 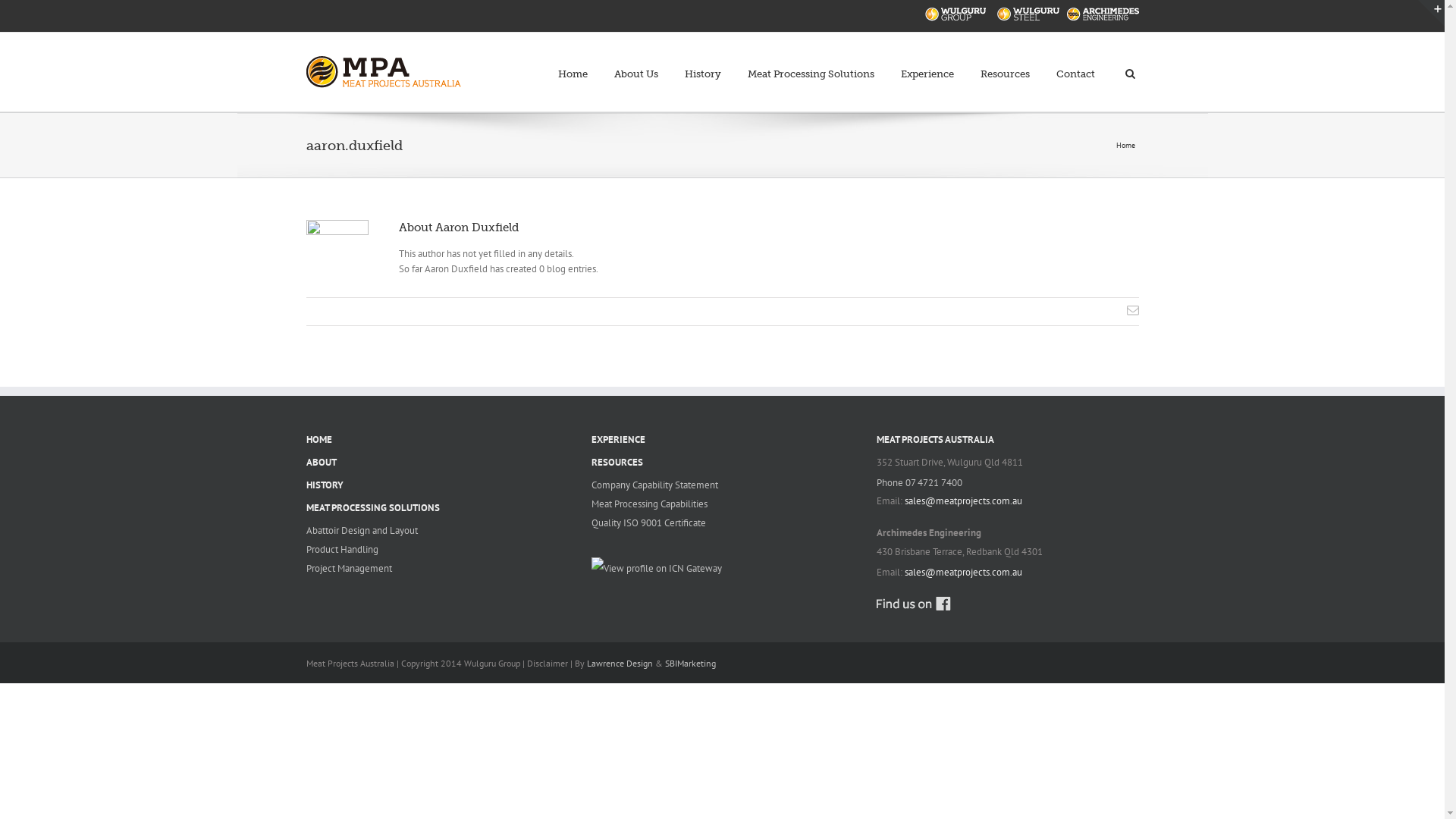 What do you see at coordinates (689, 662) in the screenshot?
I see `'SBIMarketing'` at bounding box center [689, 662].